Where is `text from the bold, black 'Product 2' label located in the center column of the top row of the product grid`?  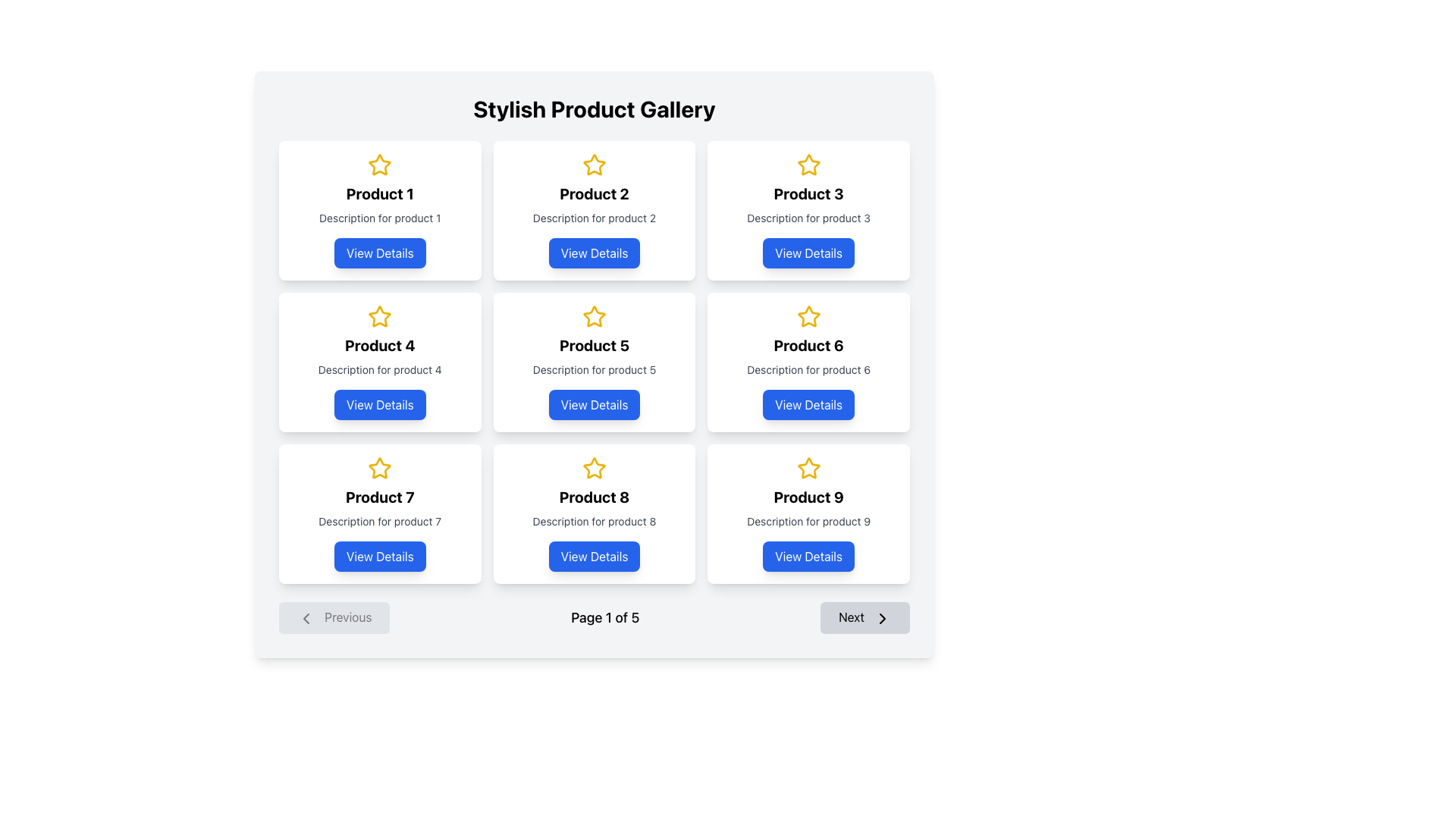
text from the bold, black 'Product 2' label located in the center column of the top row of the product grid is located at coordinates (593, 193).